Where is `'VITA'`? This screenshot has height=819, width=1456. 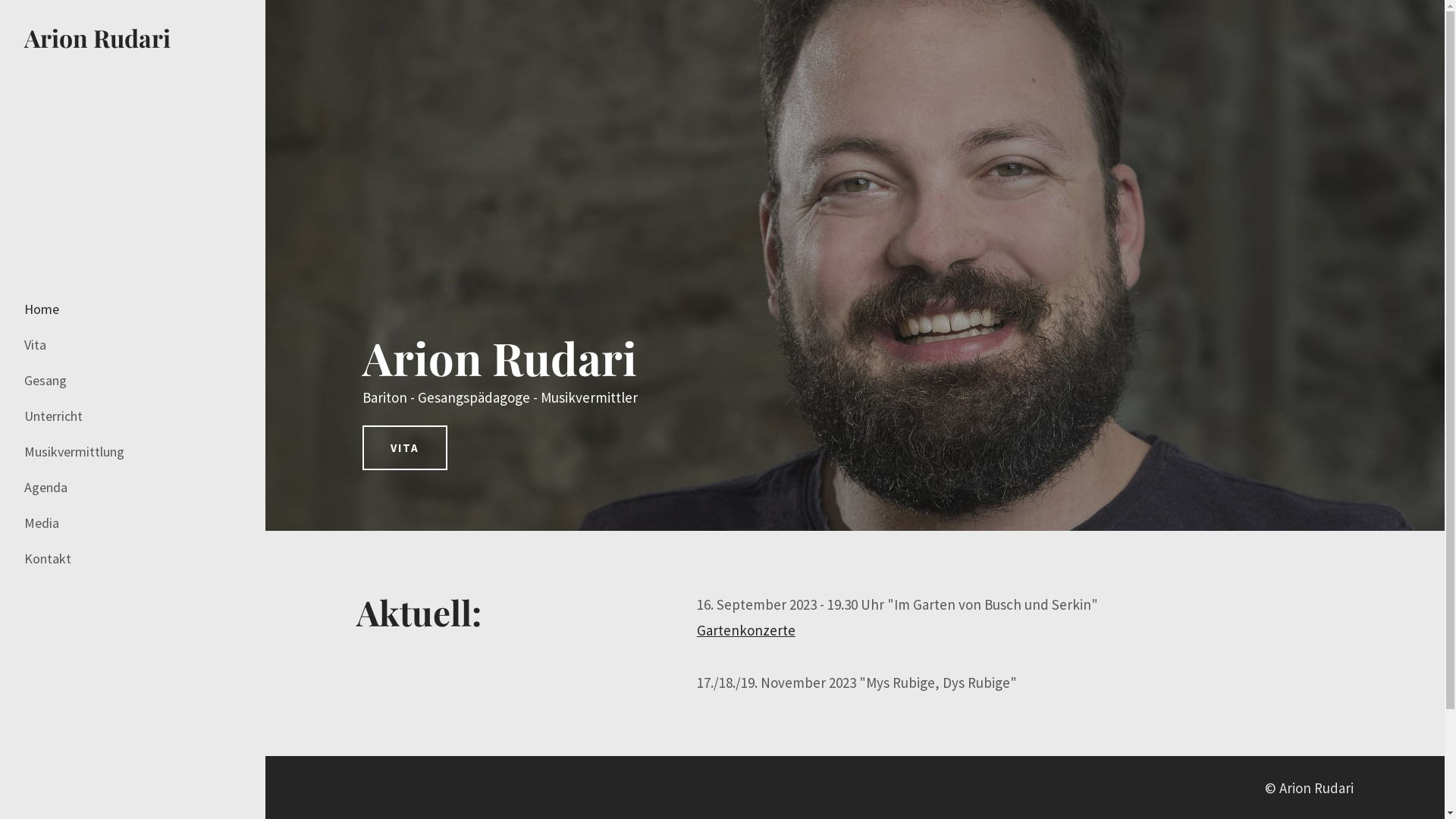
'VITA' is located at coordinates (404, 447).